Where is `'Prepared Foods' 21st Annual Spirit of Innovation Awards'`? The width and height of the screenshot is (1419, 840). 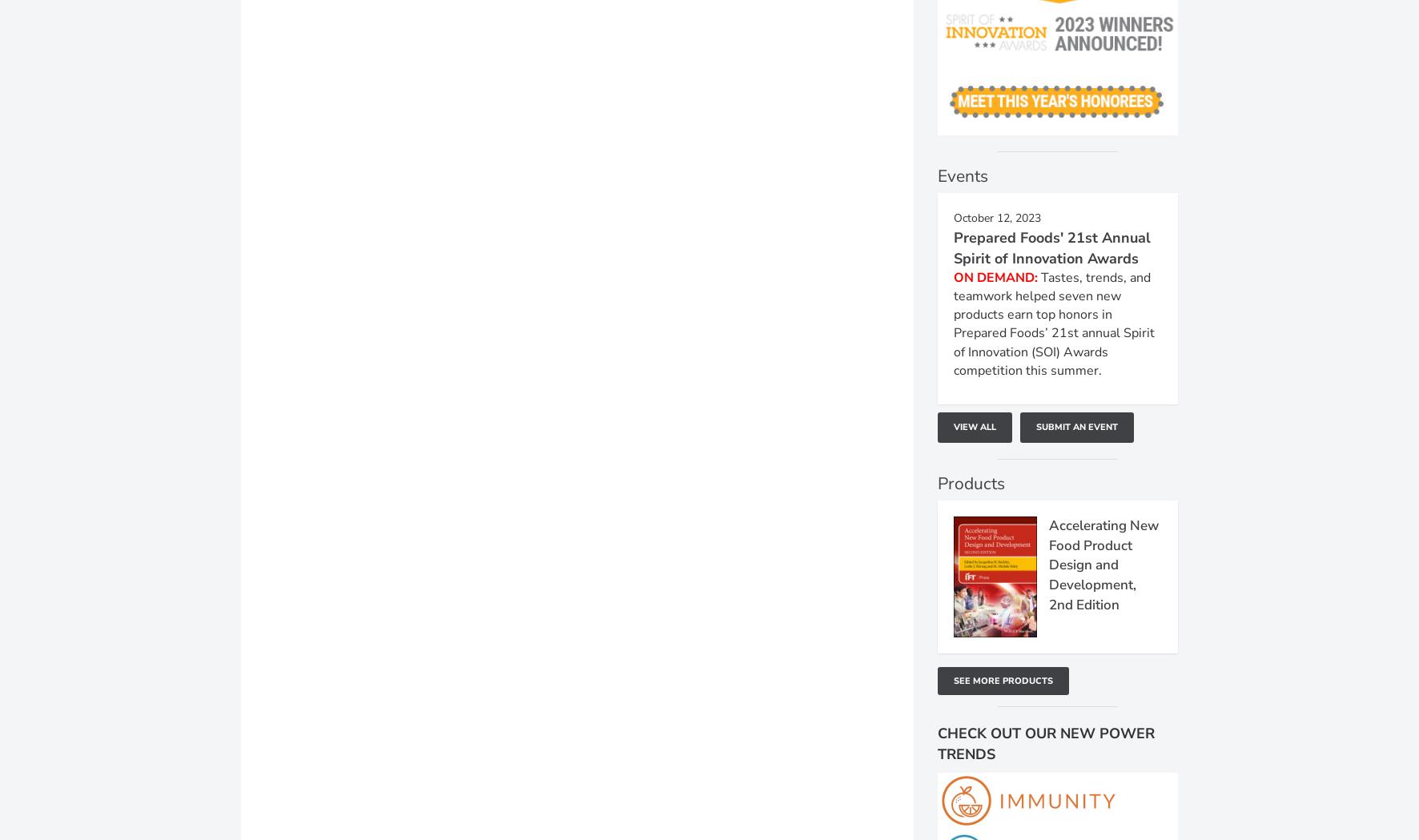 'Prepared Foods' 21st Annual Spirit of Innovation Awards' is located at coordinates (952, 247).